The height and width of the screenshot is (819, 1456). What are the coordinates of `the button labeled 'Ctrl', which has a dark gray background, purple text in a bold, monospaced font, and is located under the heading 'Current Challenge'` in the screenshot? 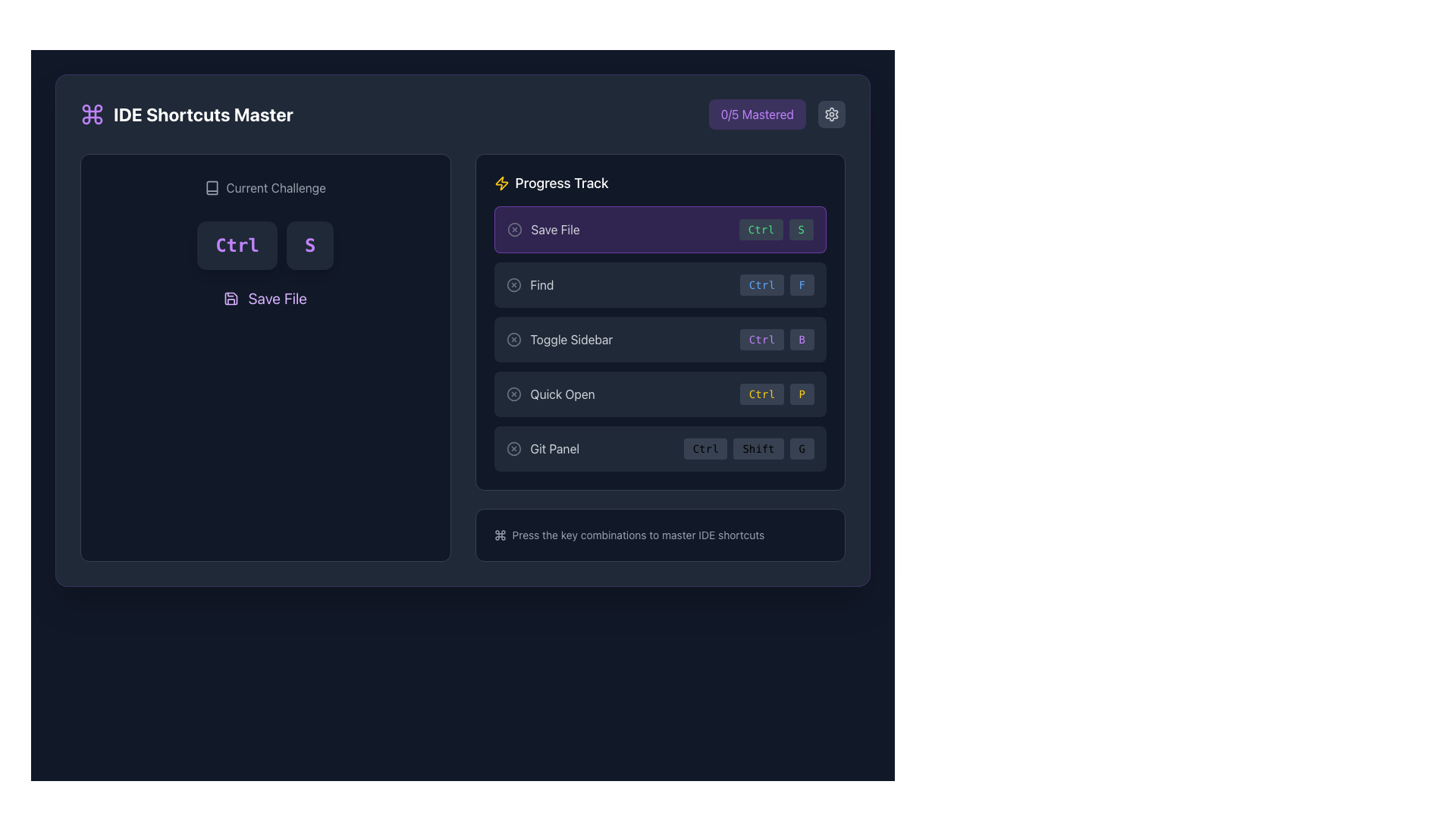 It's located at (236, 245).